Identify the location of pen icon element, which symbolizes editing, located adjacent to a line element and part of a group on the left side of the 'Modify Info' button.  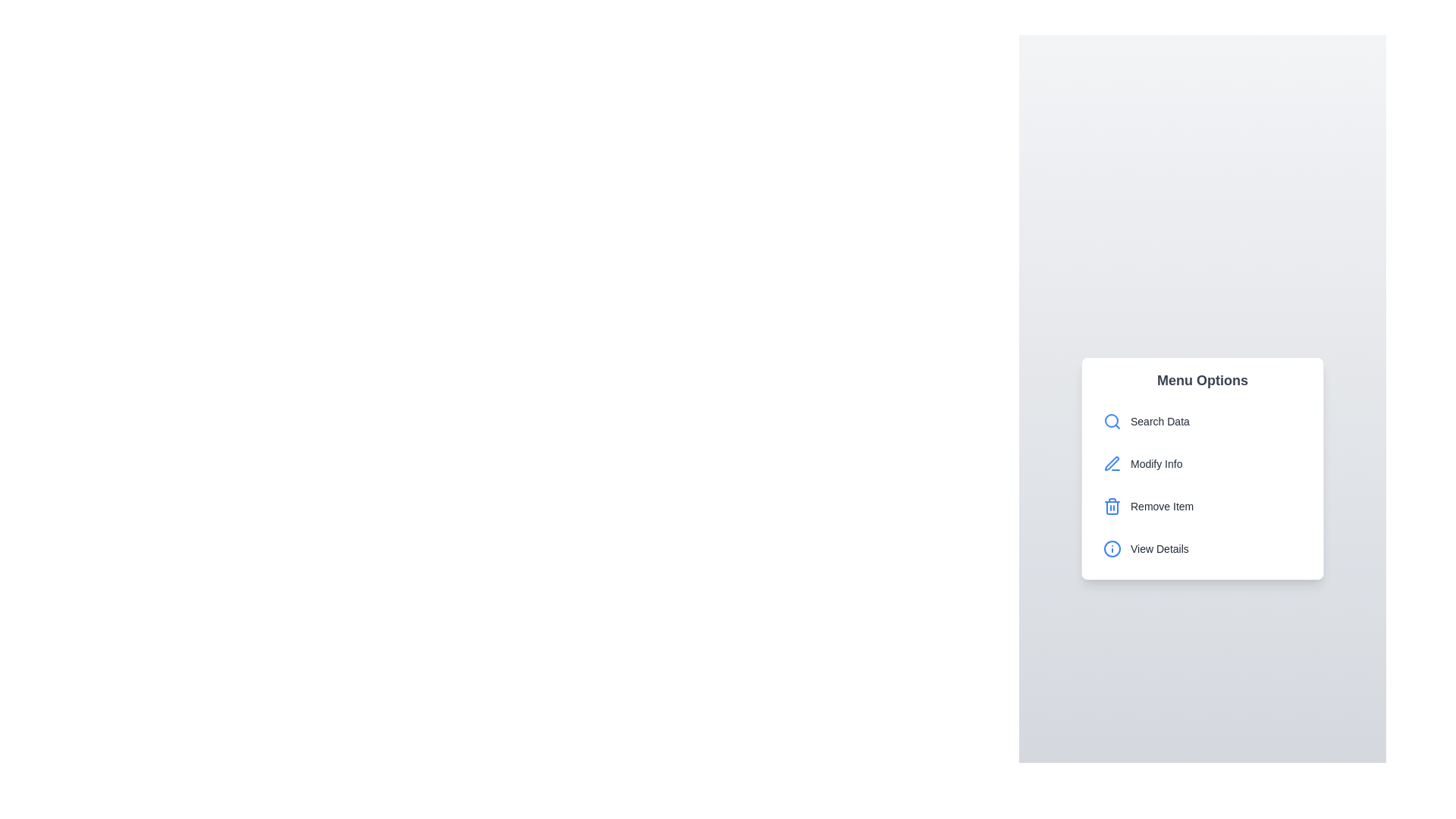
(1111, 462).